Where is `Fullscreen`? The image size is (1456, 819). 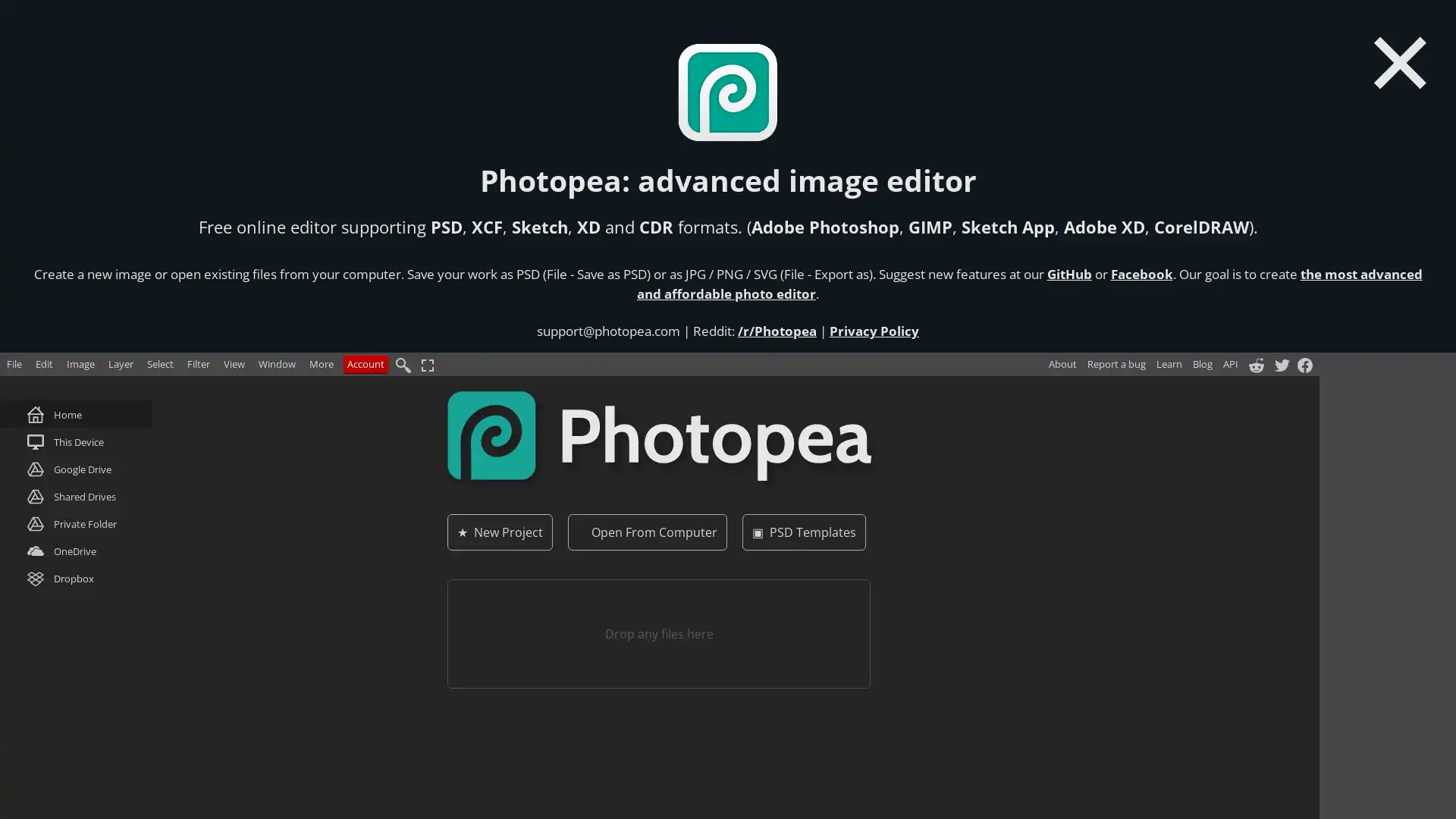
Fullscreen is located at coordinates (426, 11).